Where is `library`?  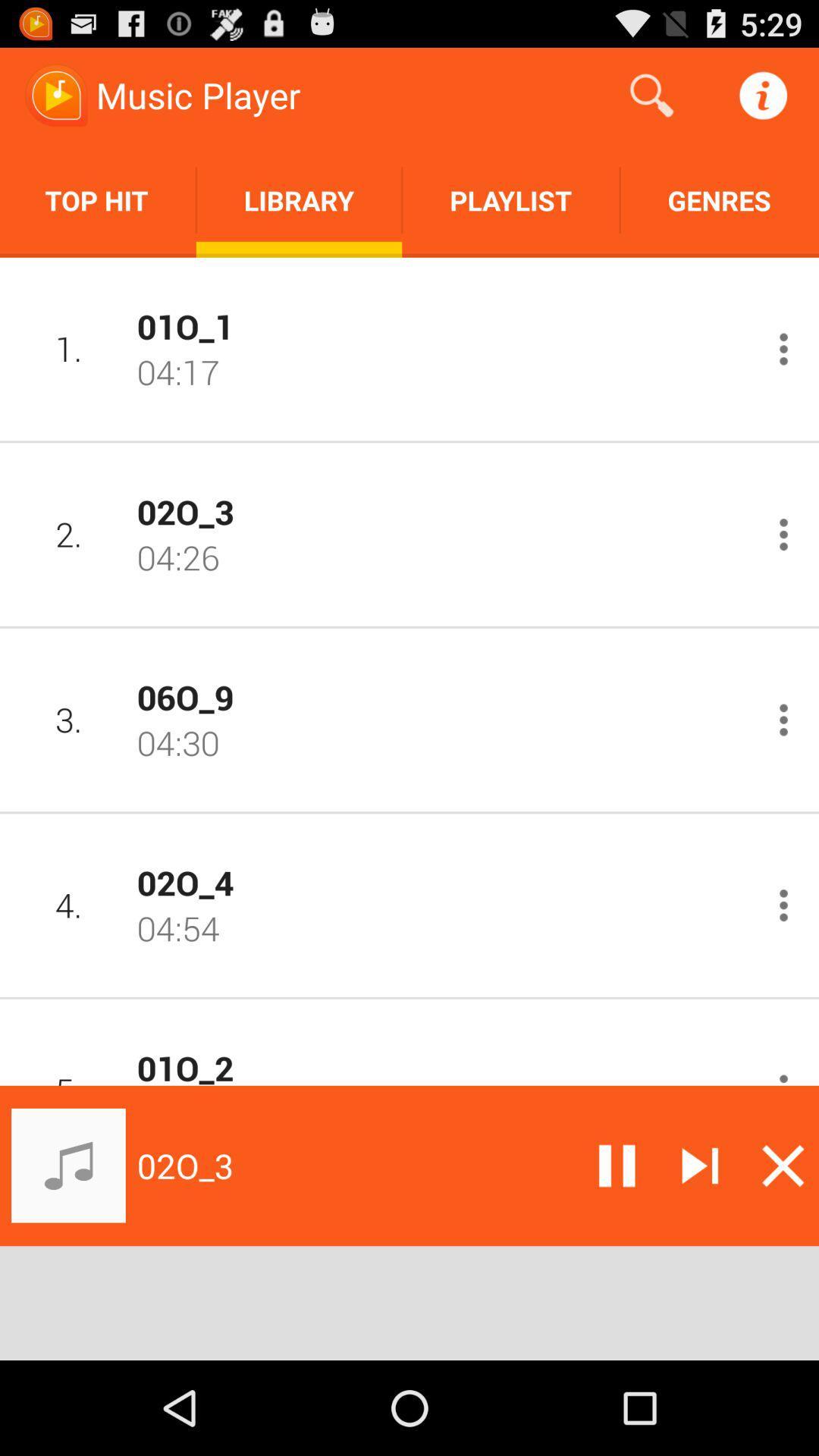
library is located at coordinates (299, 199).